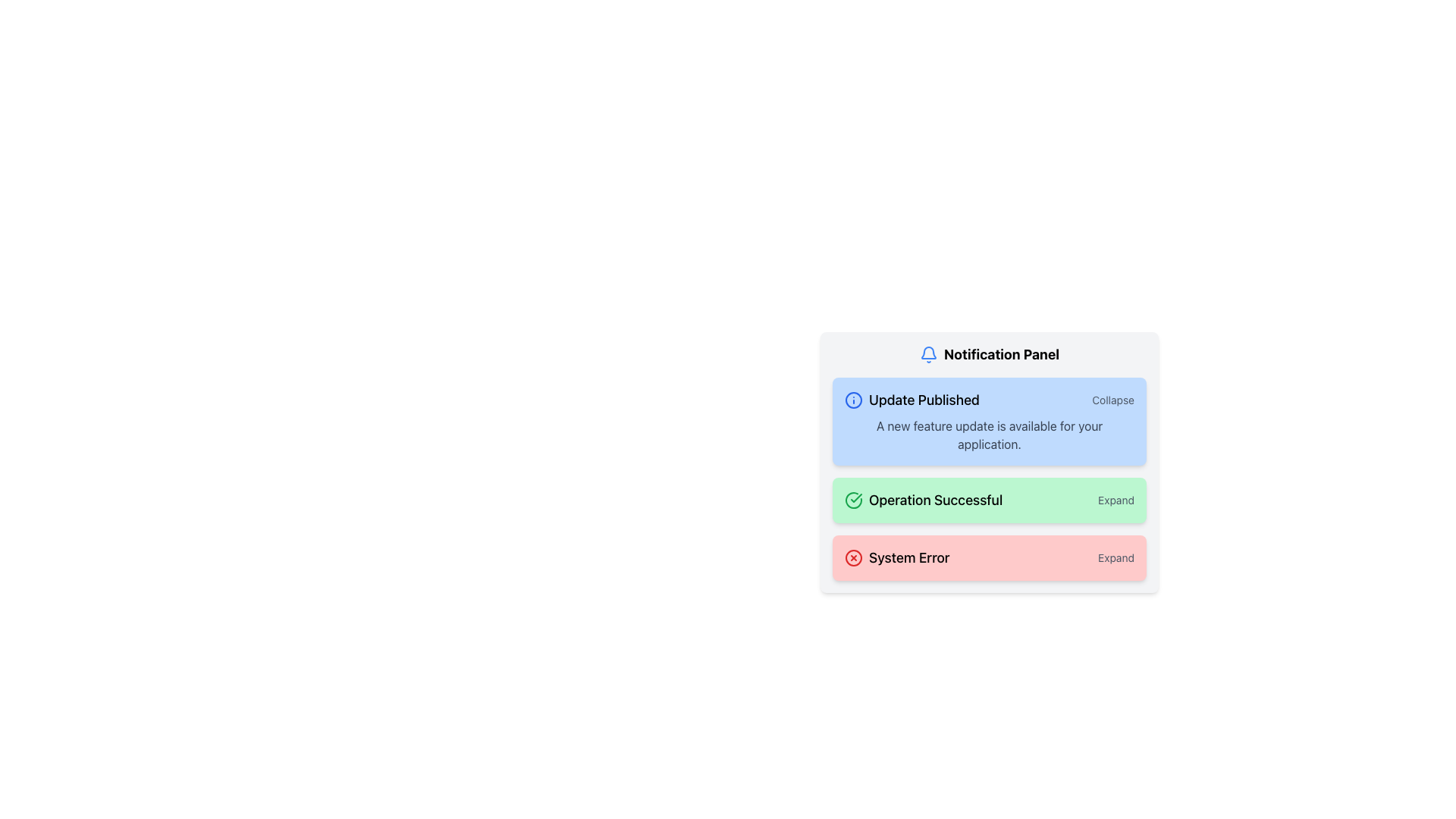 This screenshot has height=819, width=1456. Describe the element at coordinates (990, 435) in the screenshot. I see `the informational text within the blue notification card titled 'Update Published' in the notification panel, located below the title and above additional interaction options` at that location.